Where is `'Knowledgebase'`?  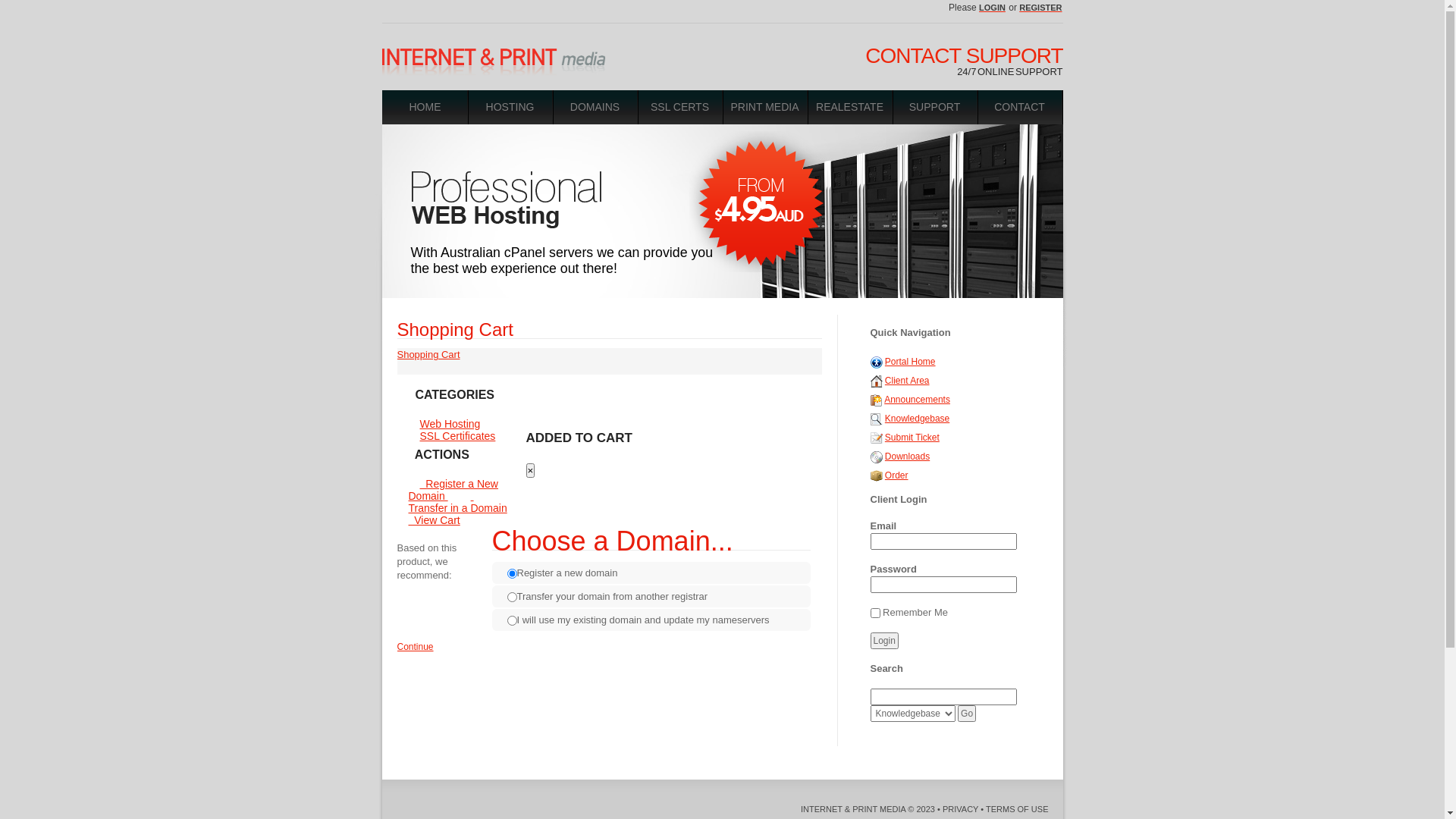
'Knowledgebase' is located at coordinates (884, 418).